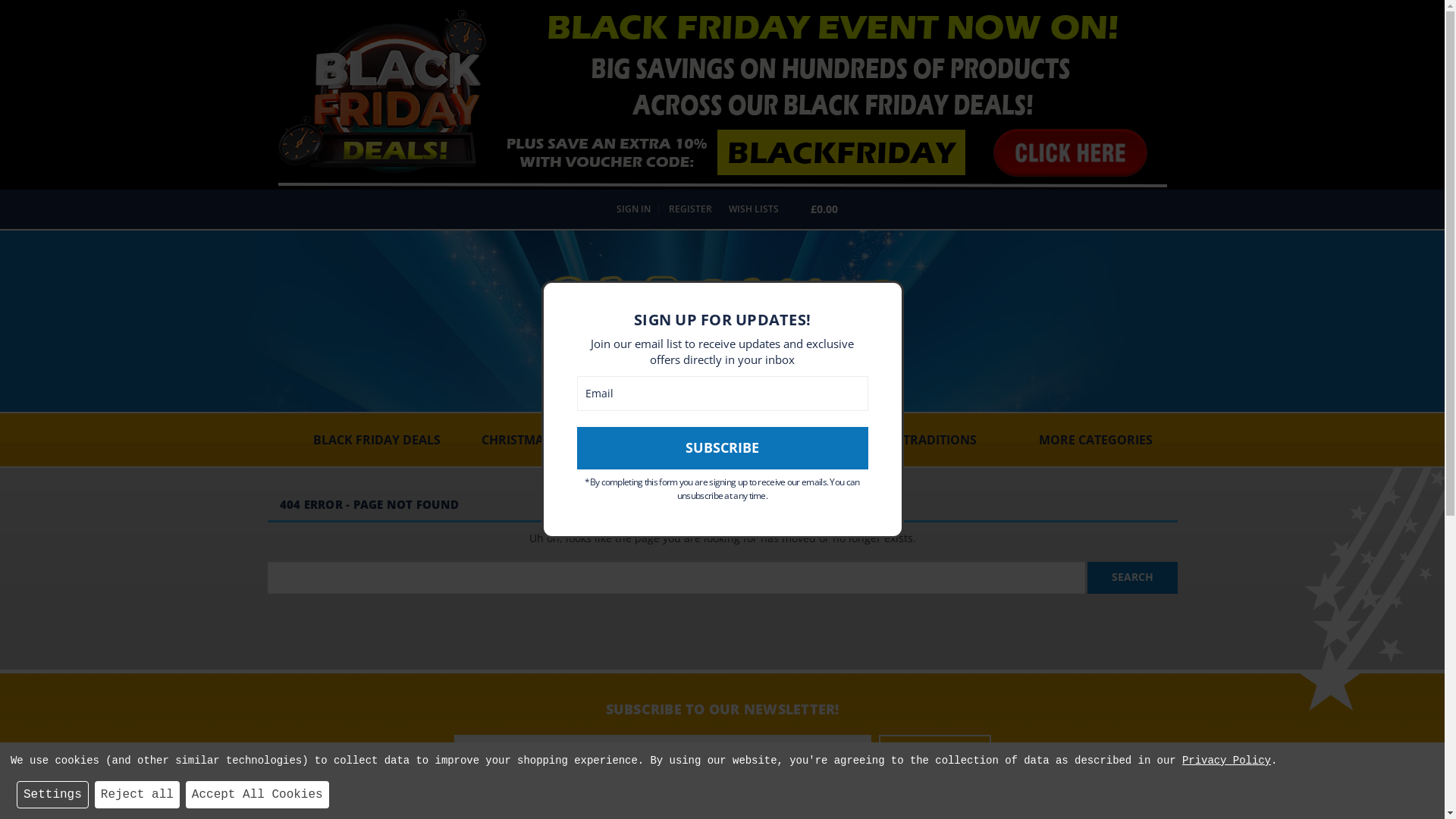 The width and height of the screenshot is (1456, 819). Describe the element at coordinates (1226, 760) in the screenshot. I see `'Privacy Policy'` at that location.